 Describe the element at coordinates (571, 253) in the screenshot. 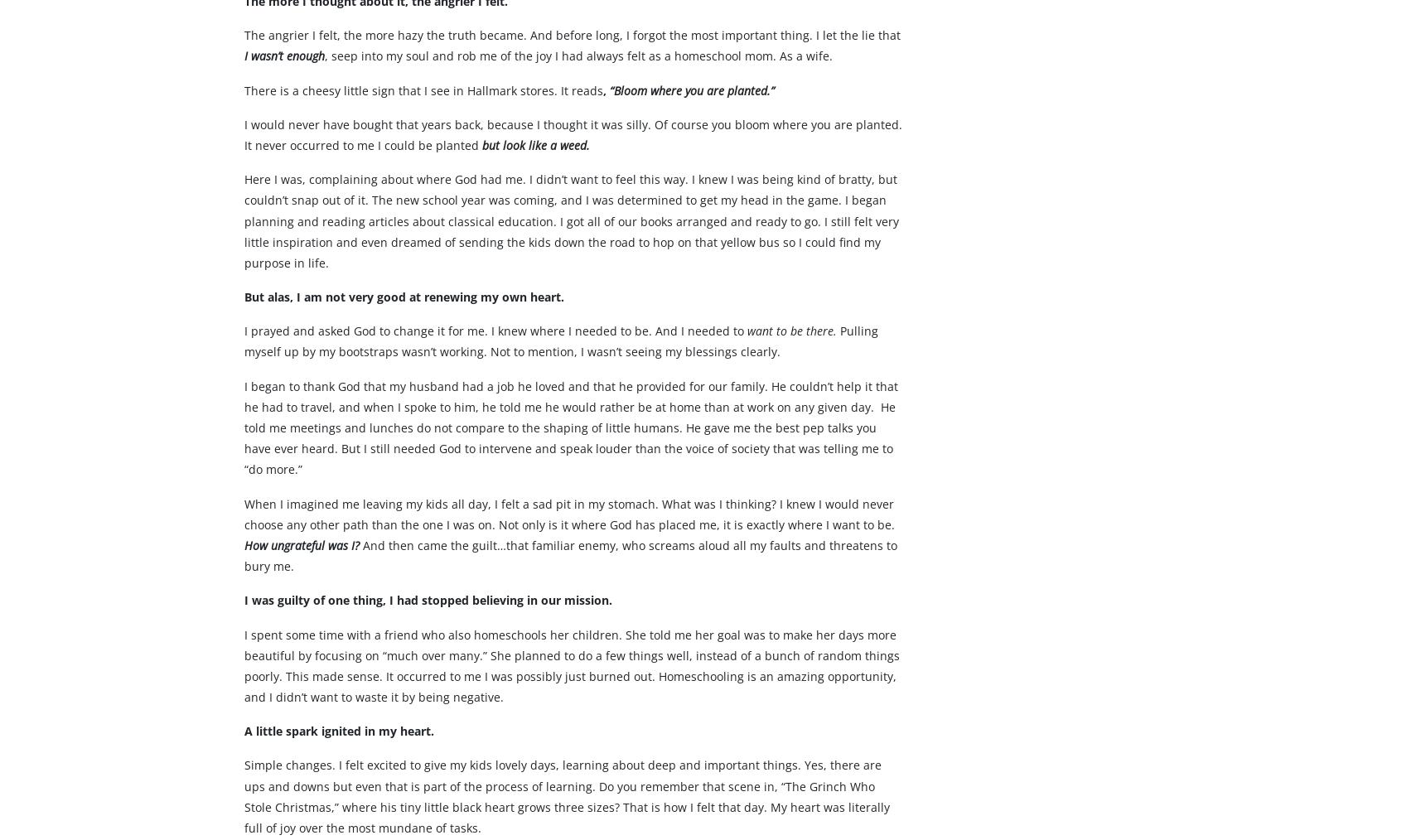

I see `'Here I was, complaining about where God had me. I didn’t want to feel this way. I knew I was being kind of bratty, but couldn’t snap out of it. The new school year was coming, and I was determined to get my head in the game. I began planning and reading articles about classical education. I got all of our books arranged and ready to go. I still felt very little inspiration and even dreamed of sending the kids down the road to hop on that yellow bus so I could find my purpose in life.'` at that location.